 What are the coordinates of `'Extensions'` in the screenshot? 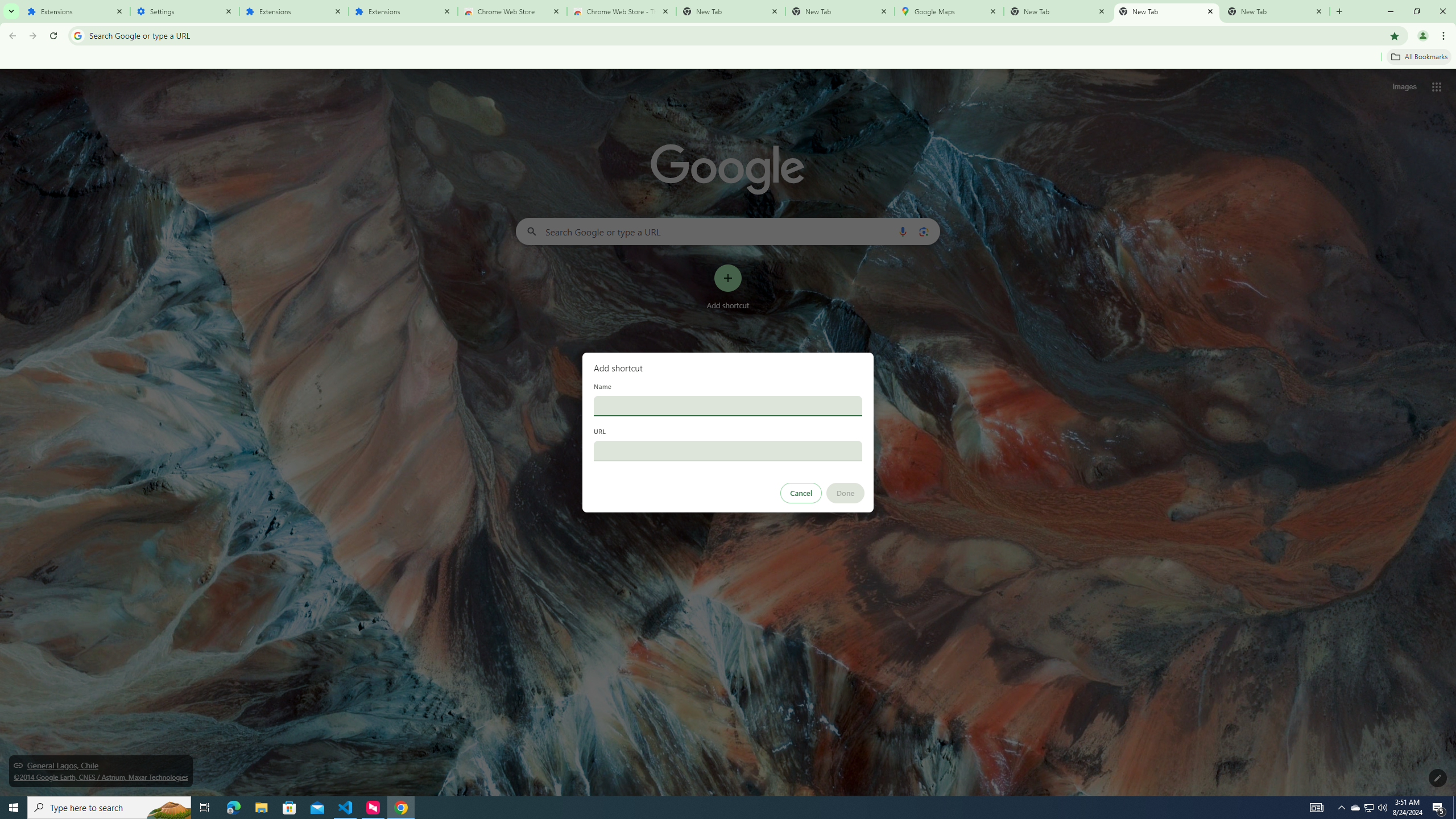 It's located at (76, 11).